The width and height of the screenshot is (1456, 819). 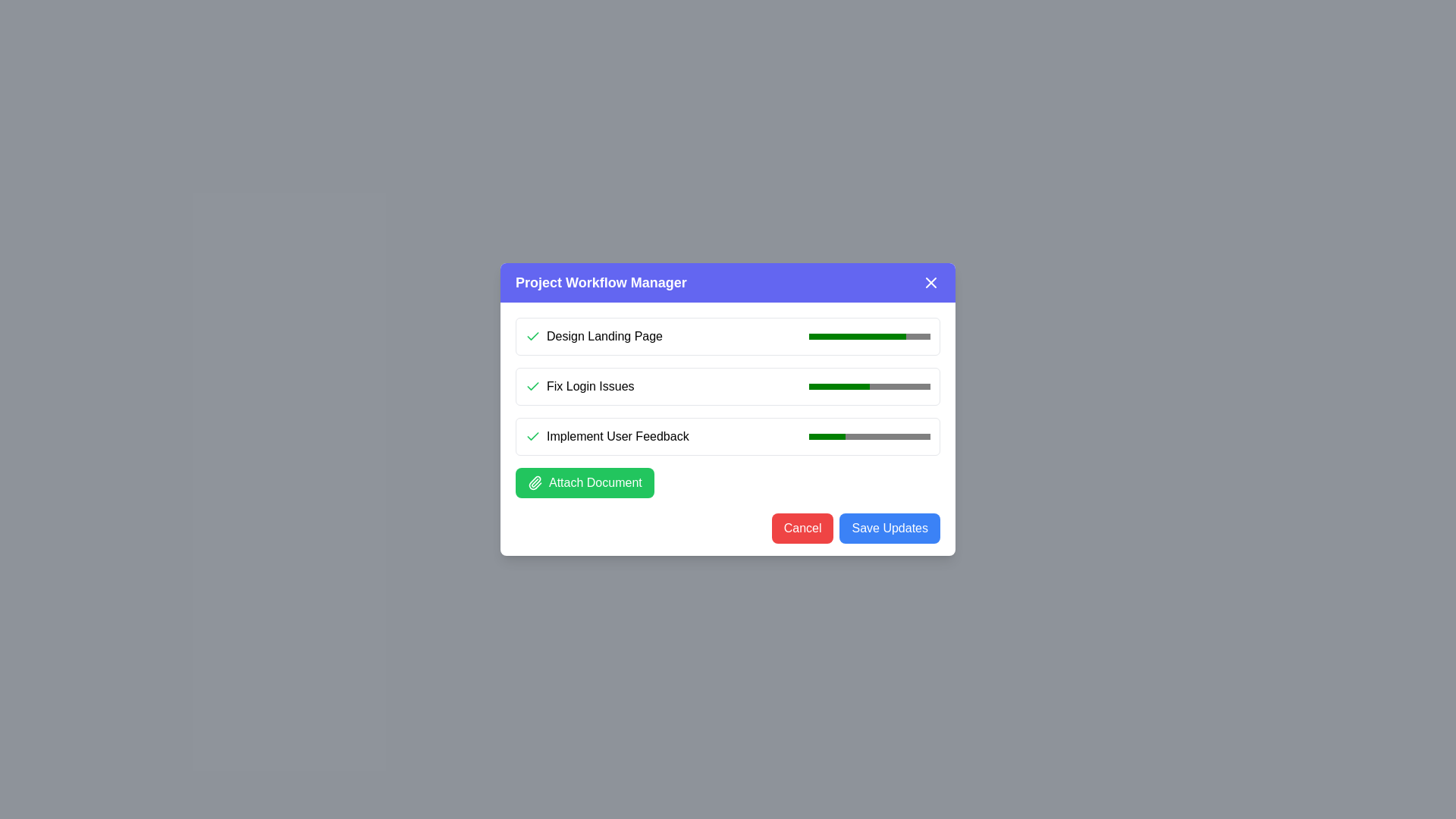 What do you see at coordinates (535, 482) in the screenshot?
I see `the attach document icon located inside the green button labeled 'Attach Document' in the lower-left section of the 'Project Workflow Manager' modal` at bounding box center [535, 482].